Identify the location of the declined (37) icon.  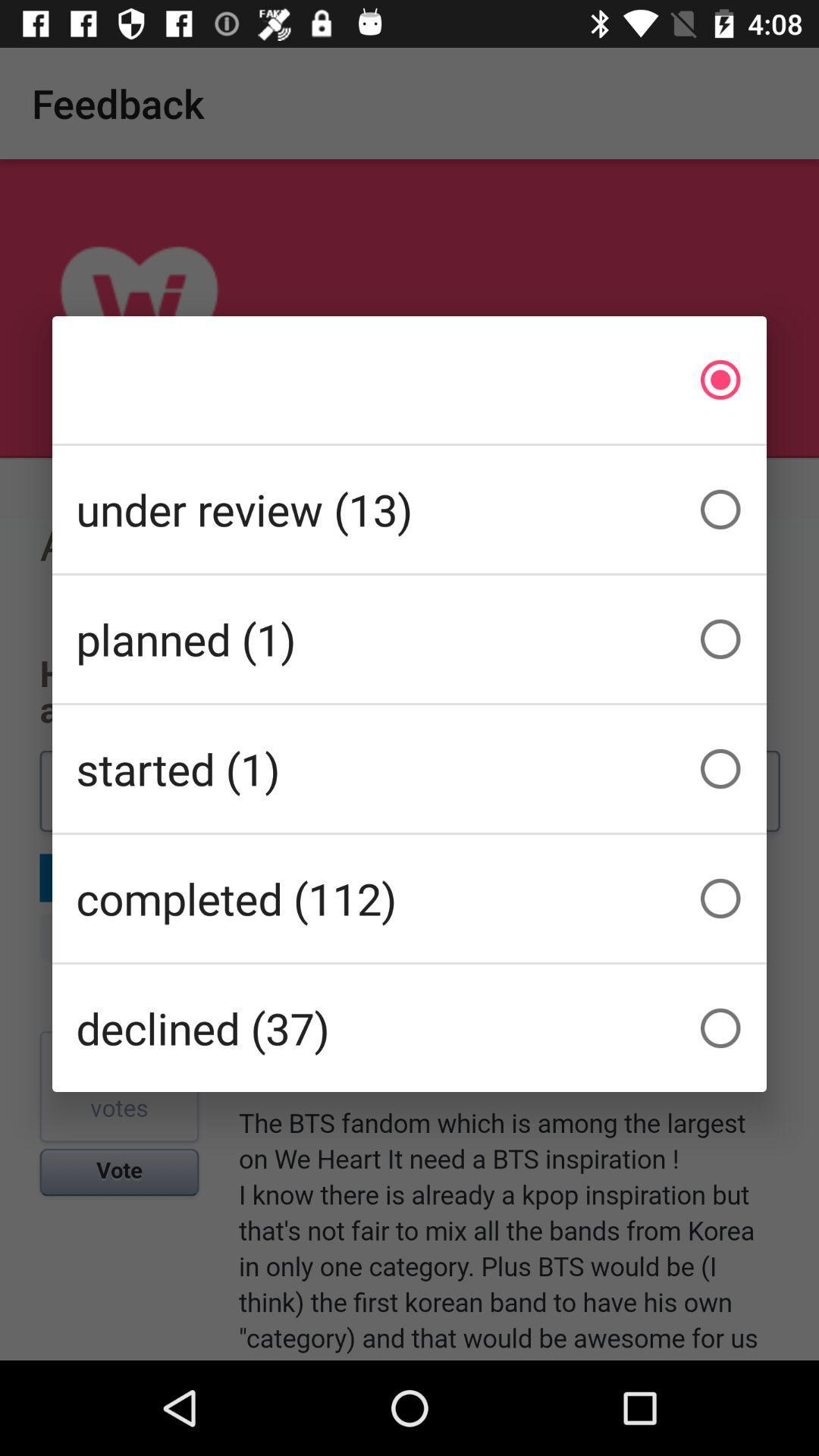
(409, 1028).